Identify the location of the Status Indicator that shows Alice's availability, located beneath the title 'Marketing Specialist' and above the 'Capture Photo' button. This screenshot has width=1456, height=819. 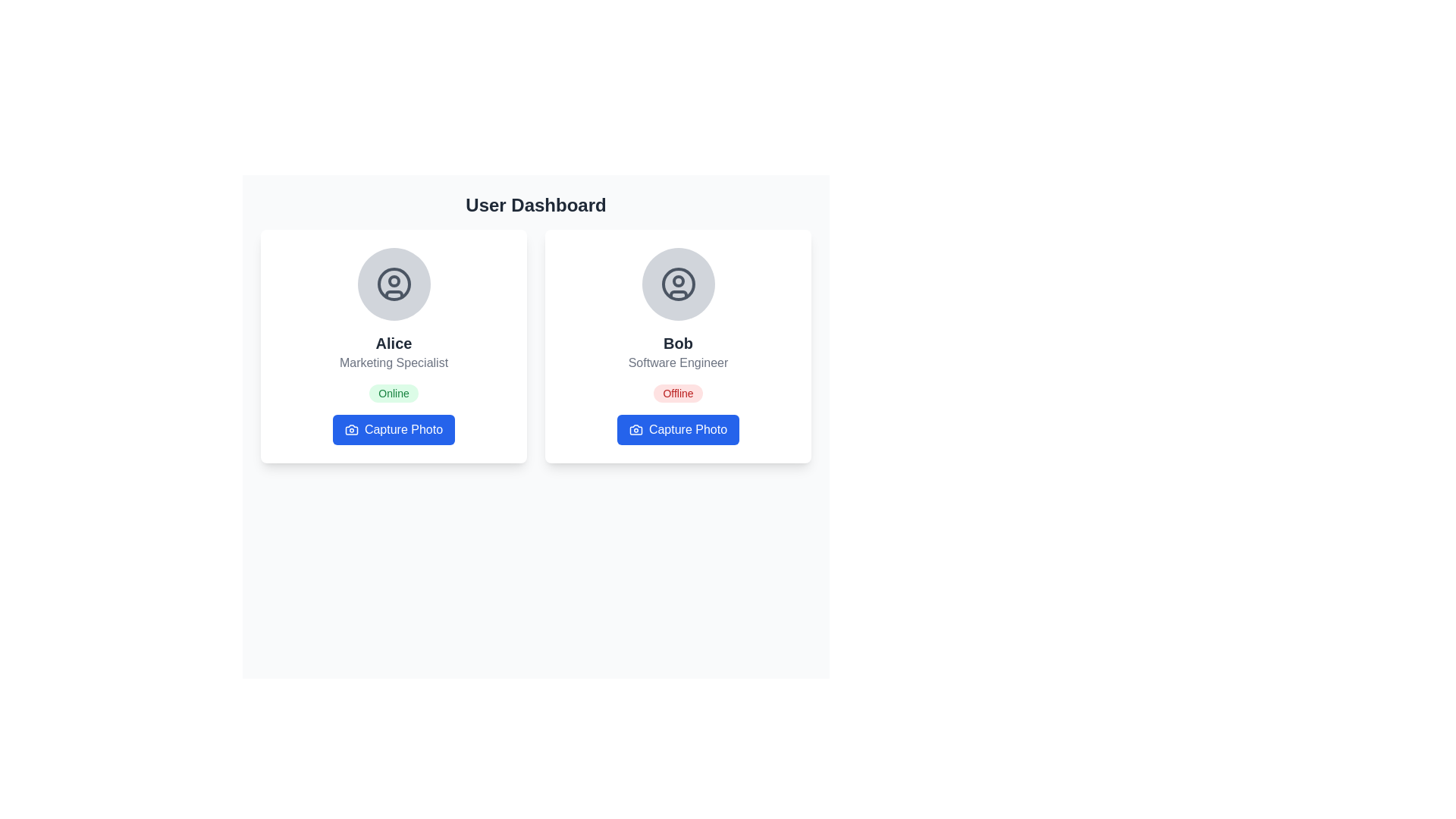
(394, 393).